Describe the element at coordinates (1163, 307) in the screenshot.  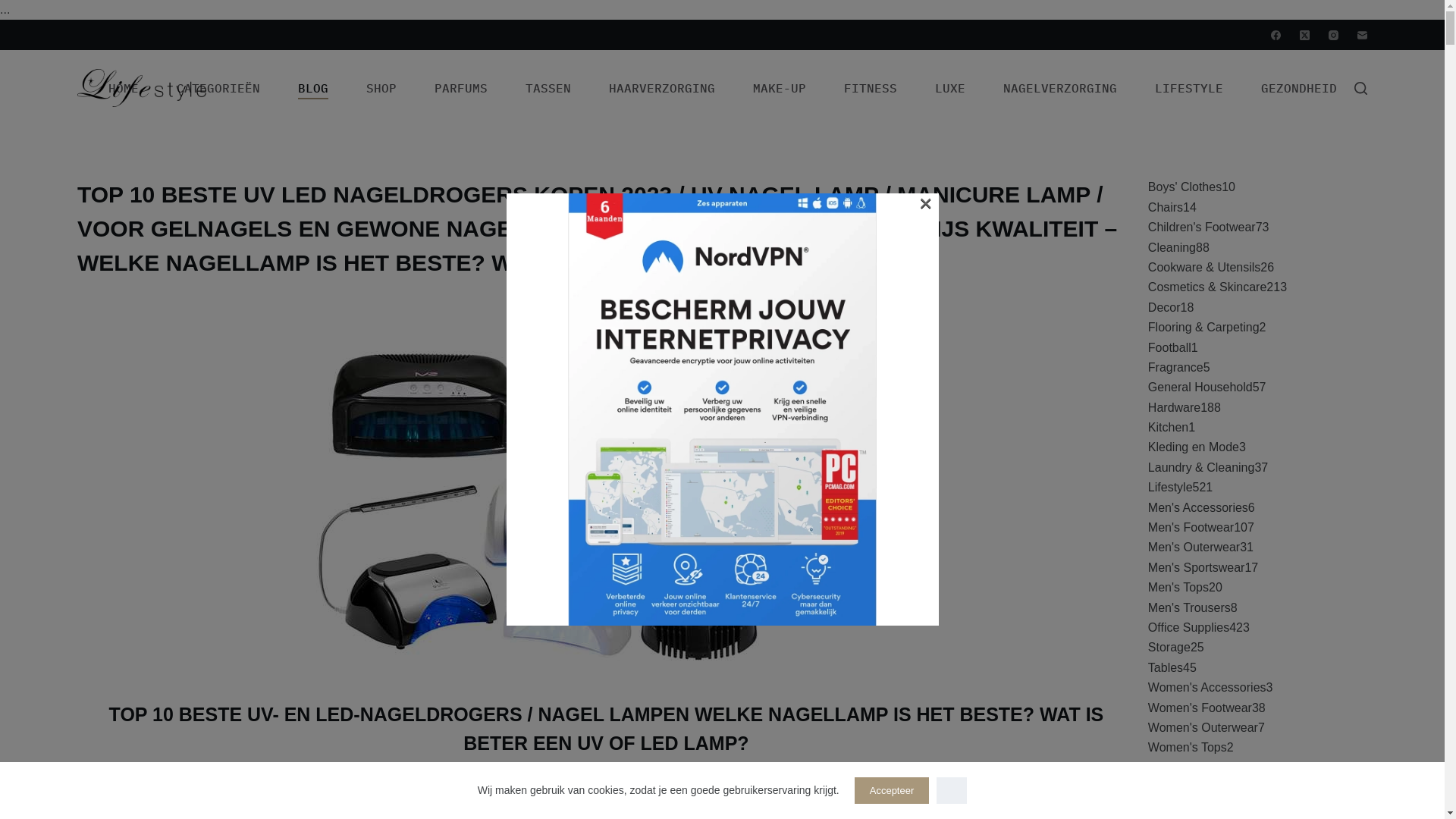
I see `'Decor'` at that location.